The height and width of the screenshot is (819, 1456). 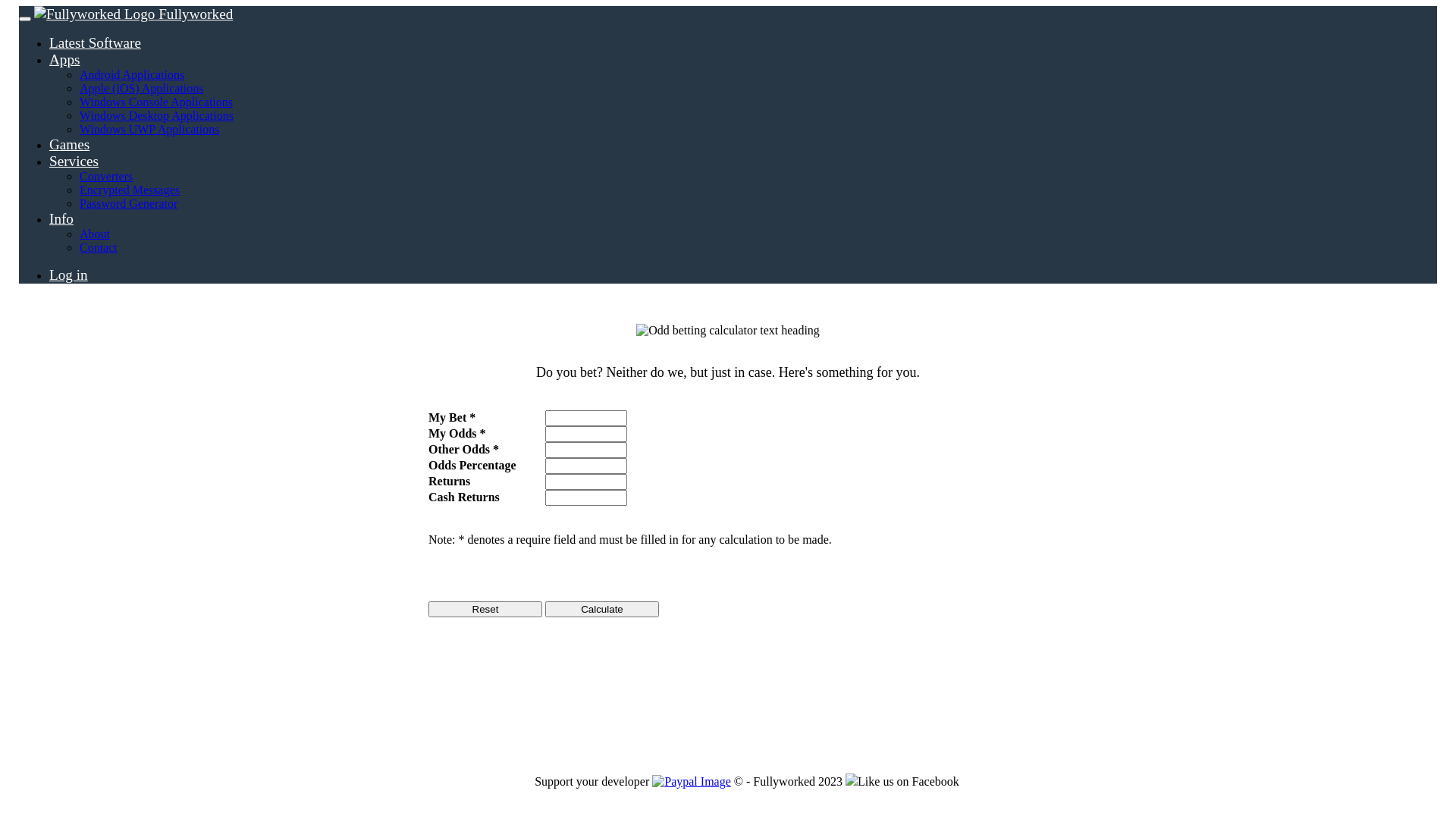 I want to click on 'Converters', so click(x=105, y=175).